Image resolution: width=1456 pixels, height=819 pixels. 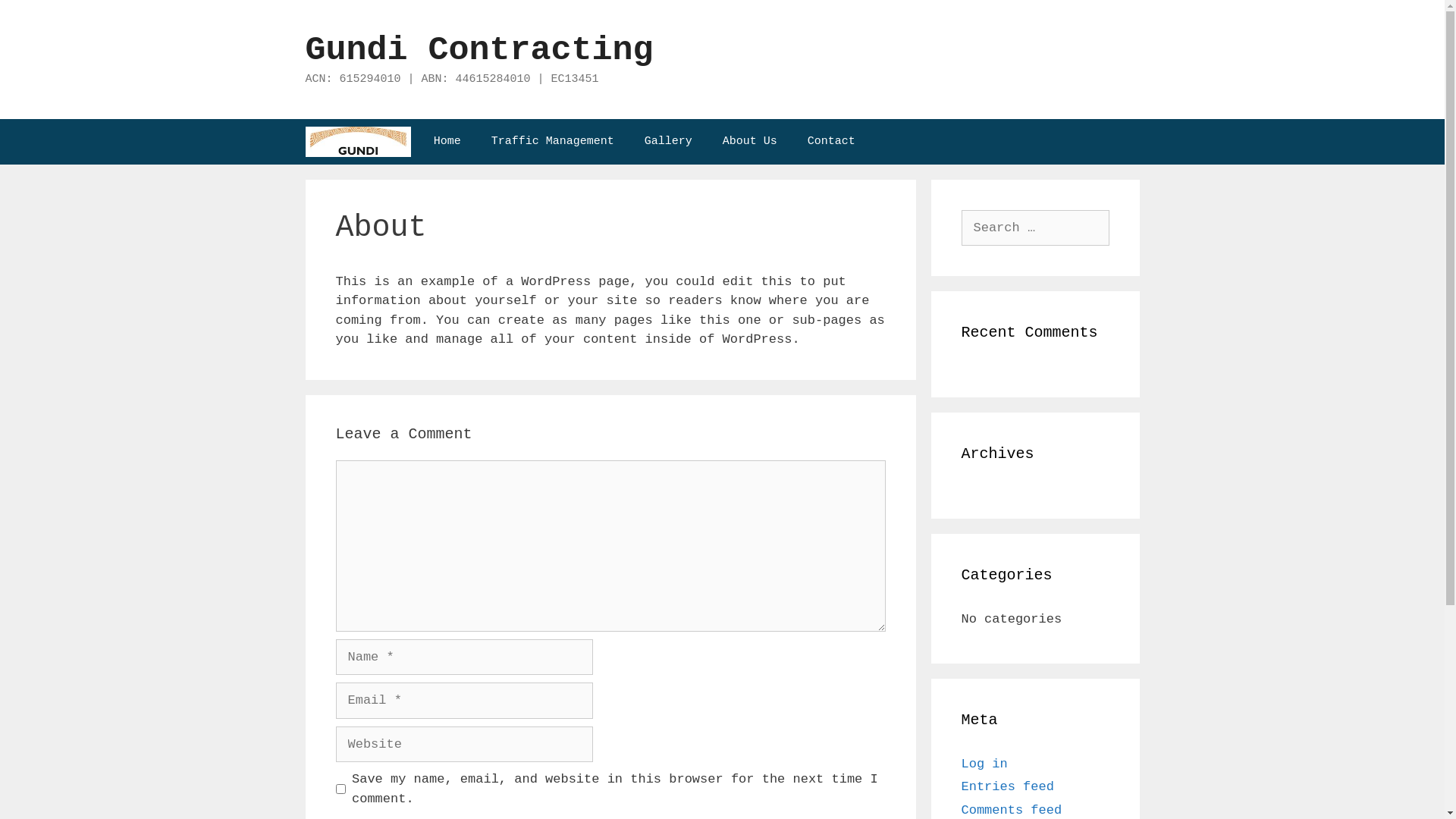 What do you see at coordinates (830, 140) in the screenshot?
I see `'Contact'` at bounding box center [830, 140].